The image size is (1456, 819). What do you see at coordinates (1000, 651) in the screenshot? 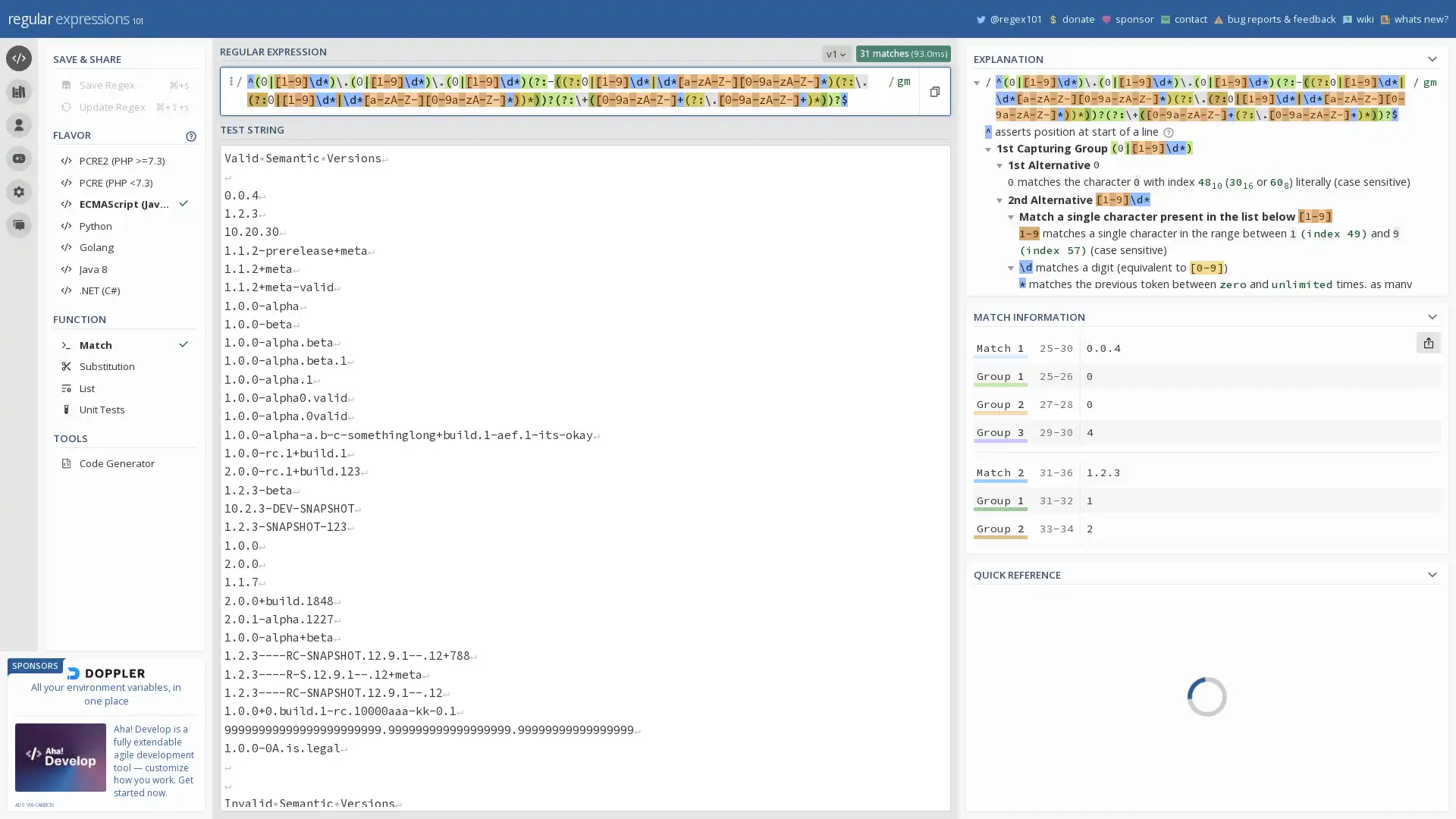
I see `Group 2` at bounding box center [1000, 651].